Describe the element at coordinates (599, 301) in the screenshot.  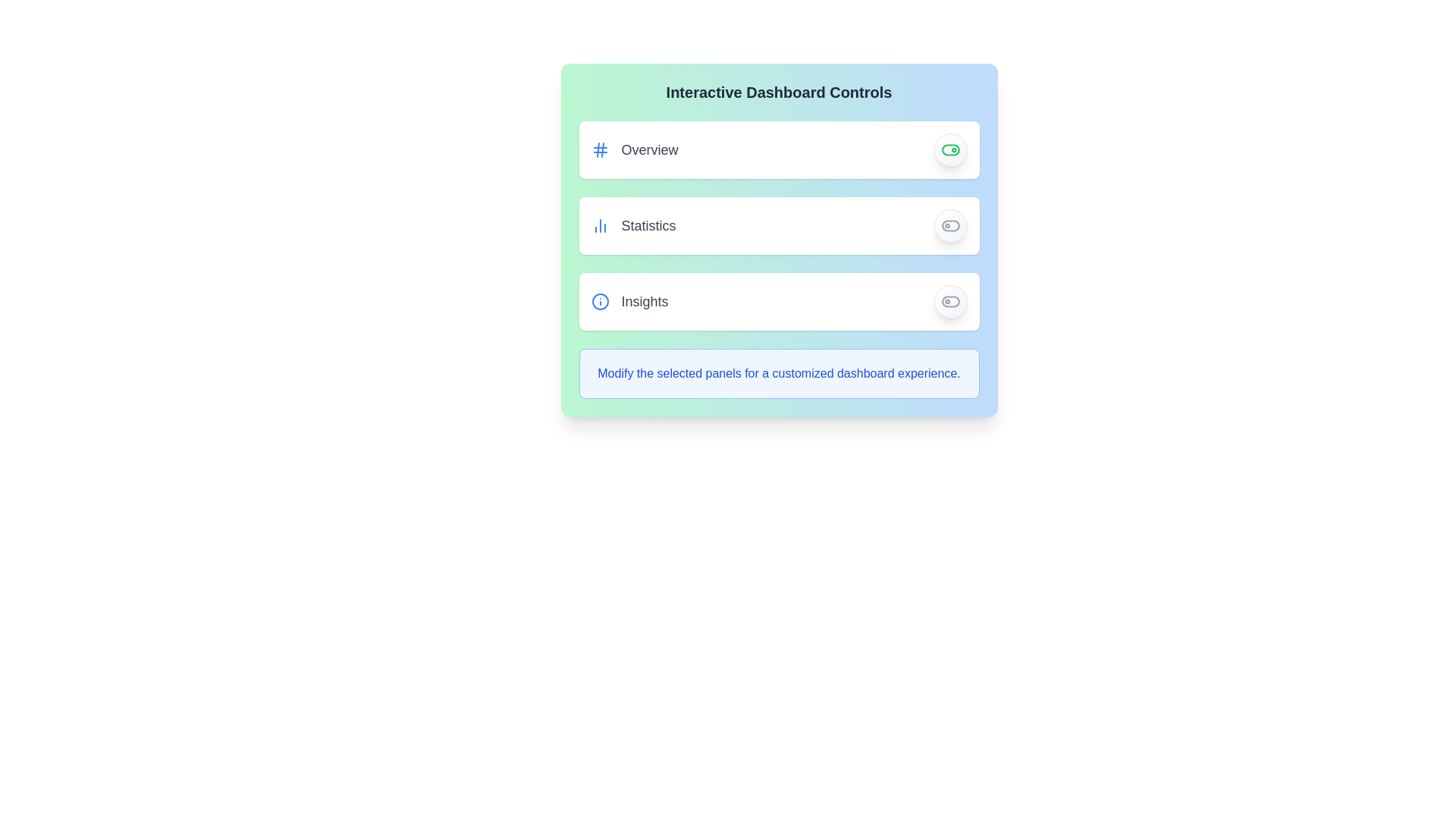
I see `the outlined circular icon with a blue border located in the 'Insights' section, to the left of the 'Insights' text` at that location.